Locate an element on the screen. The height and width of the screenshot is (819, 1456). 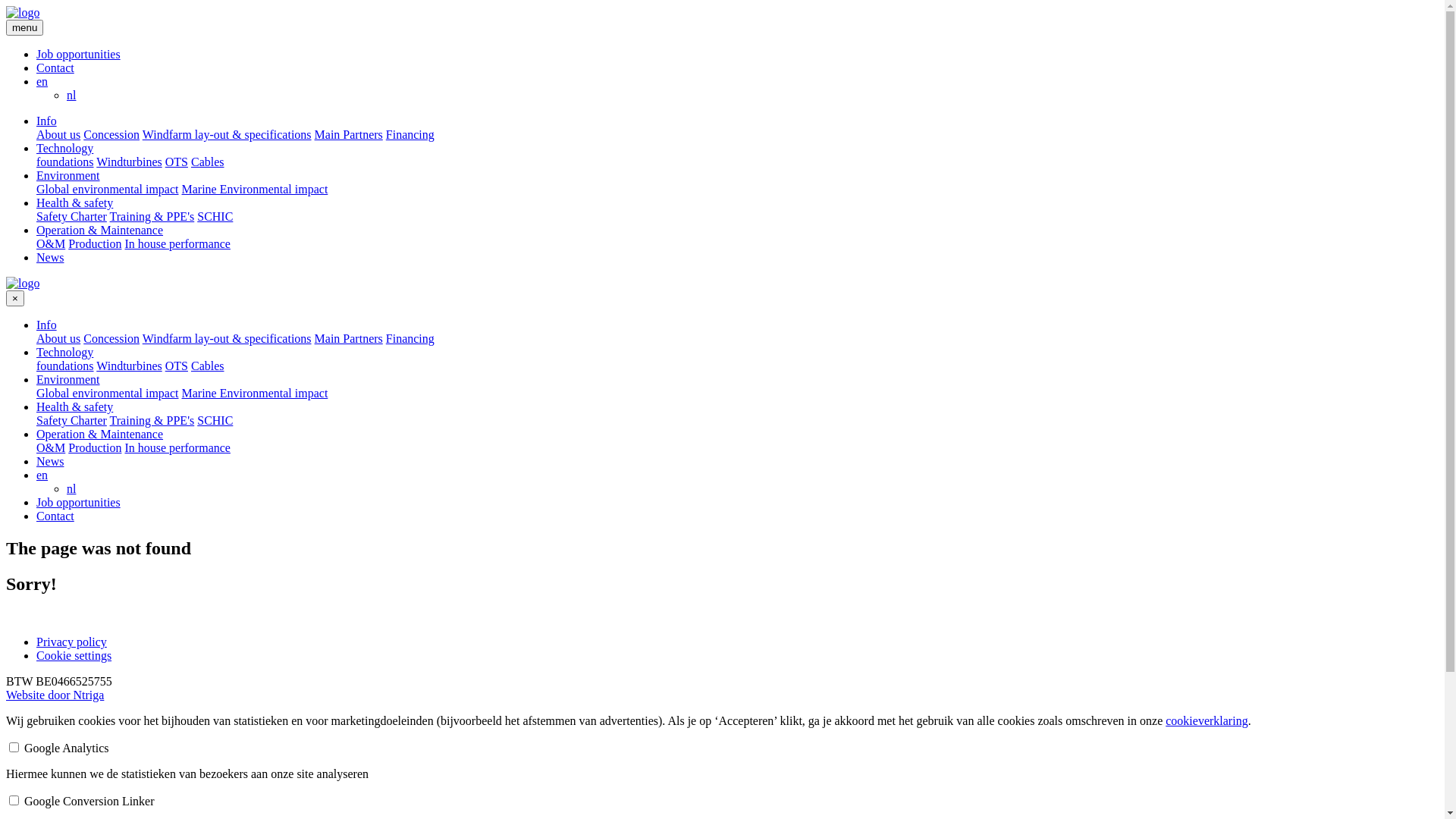
'Production' is located at coordinates (67, 243).